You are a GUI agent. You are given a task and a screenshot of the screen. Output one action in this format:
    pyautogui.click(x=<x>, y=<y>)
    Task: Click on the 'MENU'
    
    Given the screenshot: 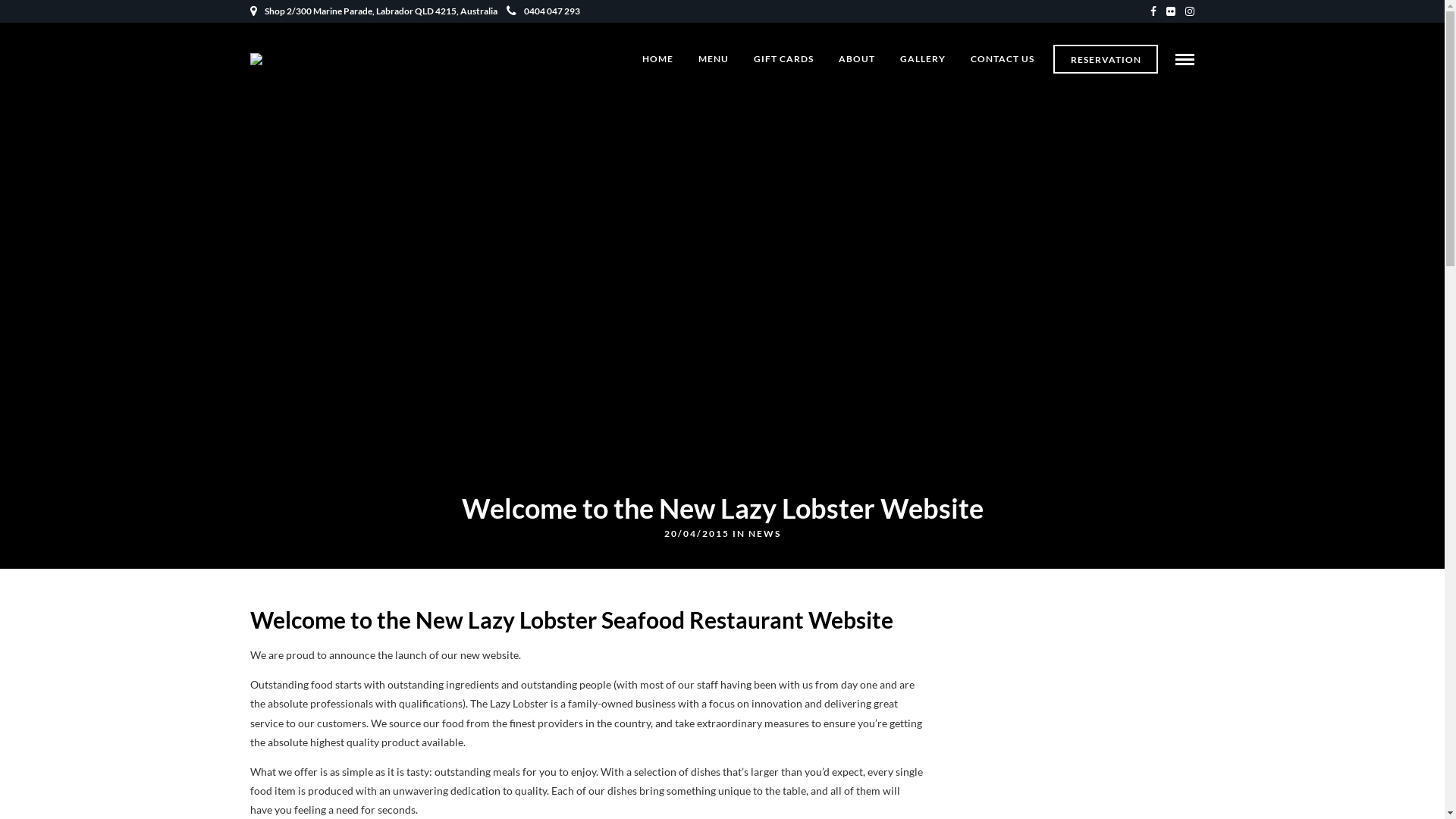 What is the action you would take?
    pyautogui.click(x=712, y=58)
    